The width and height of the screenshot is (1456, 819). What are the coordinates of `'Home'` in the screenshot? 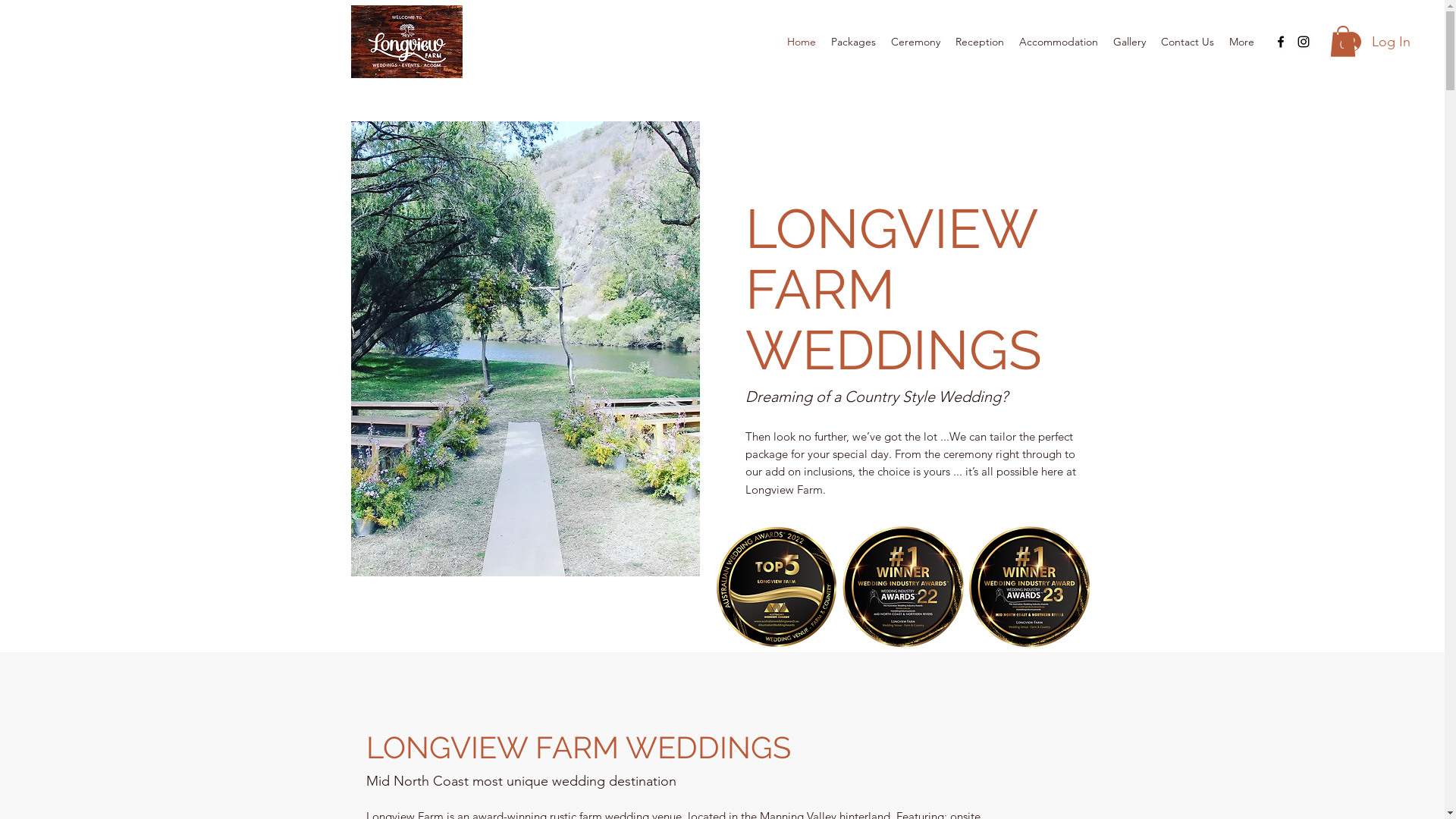 It's located at (779, 40).